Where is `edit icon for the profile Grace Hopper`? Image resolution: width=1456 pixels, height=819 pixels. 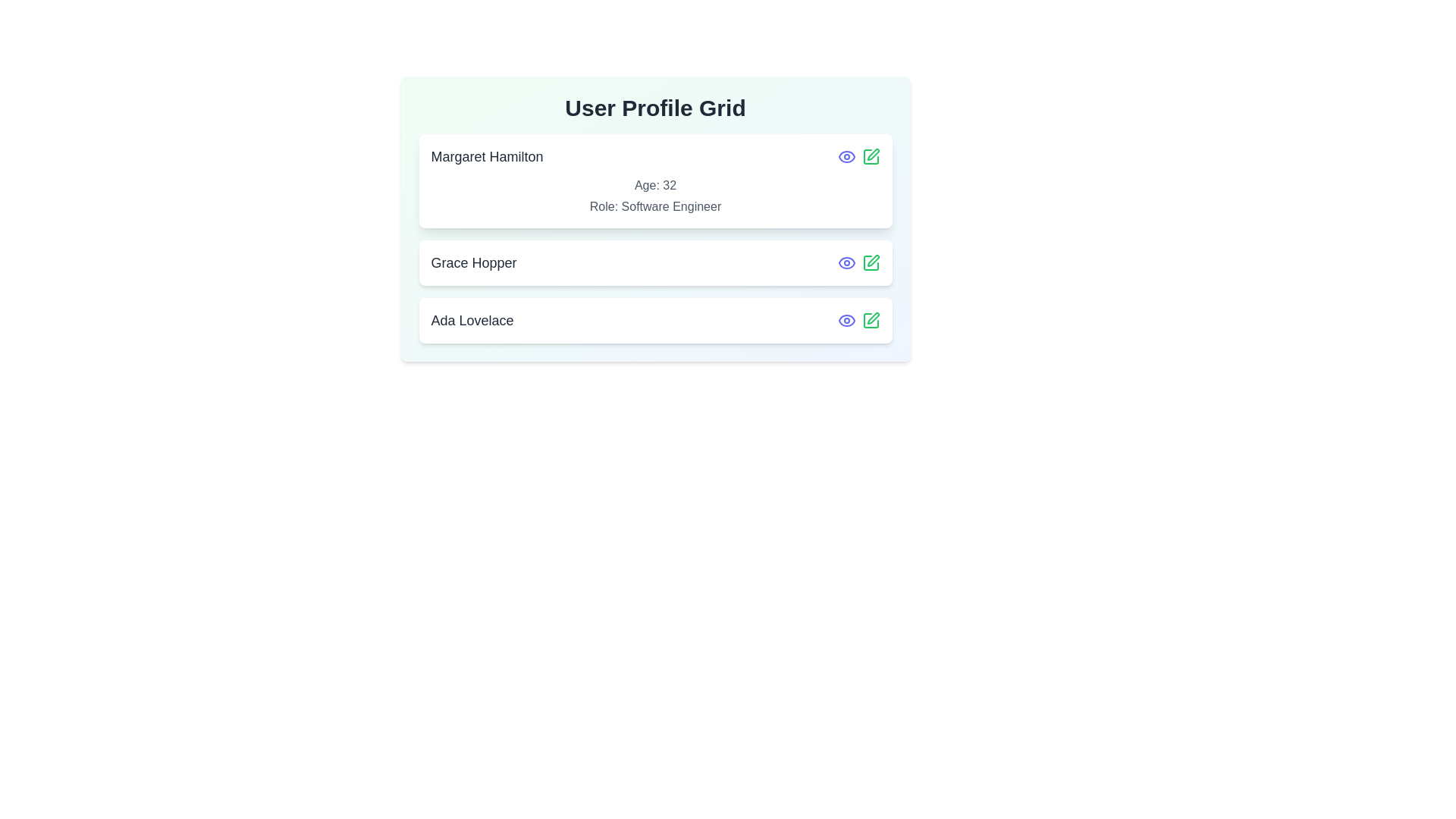
edit icon for the profile Grace Hopper is located at coordinates (871, 262).